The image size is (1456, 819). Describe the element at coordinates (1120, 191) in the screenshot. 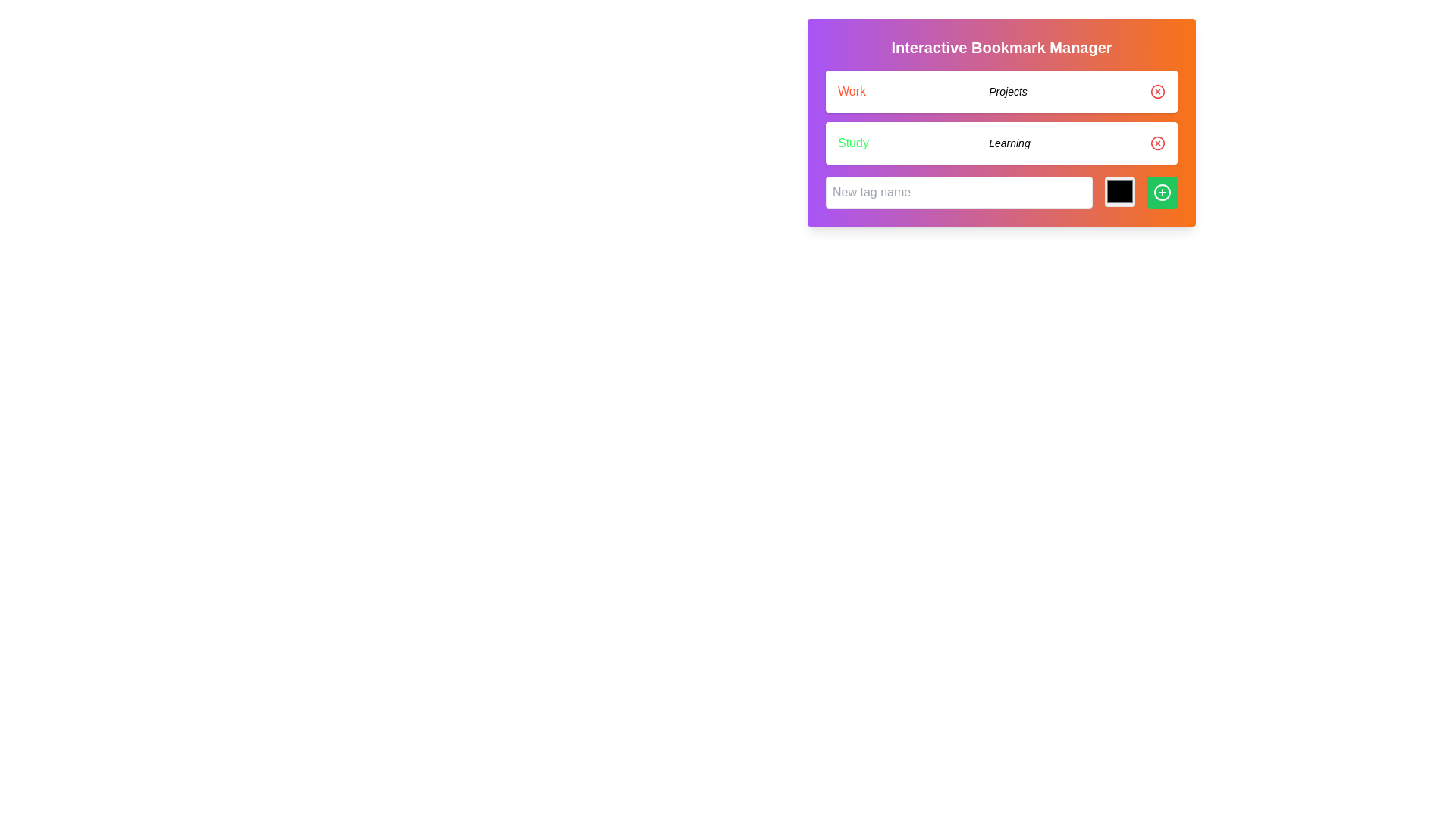

I see `the square-shaped Color input field with a black fill and gray border` at that location.